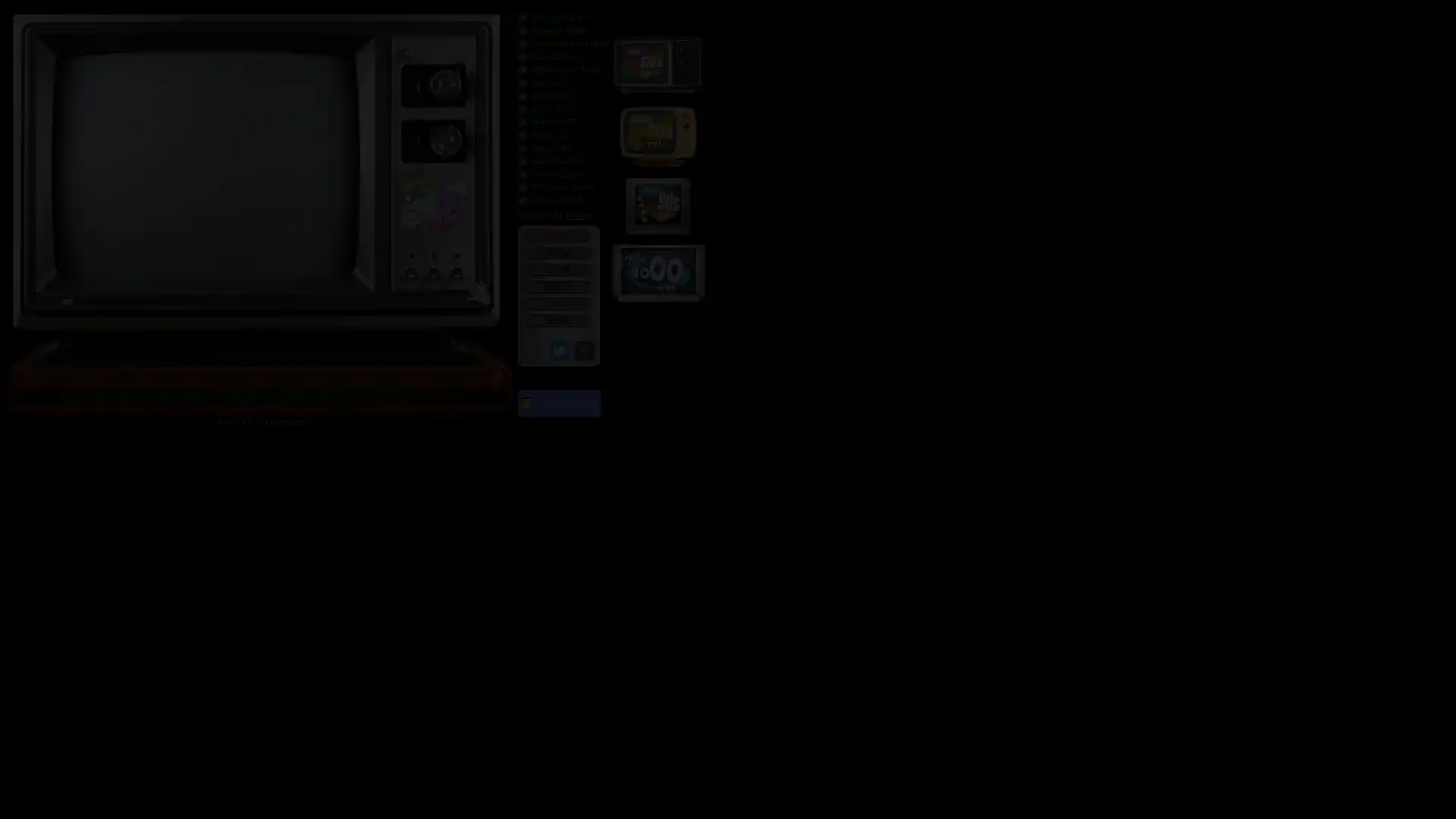 The width and height of the screenshot is (1456, 819). Describe the element at coordinates (557, 303) in the screenshot. I see `VOL -` at that location.